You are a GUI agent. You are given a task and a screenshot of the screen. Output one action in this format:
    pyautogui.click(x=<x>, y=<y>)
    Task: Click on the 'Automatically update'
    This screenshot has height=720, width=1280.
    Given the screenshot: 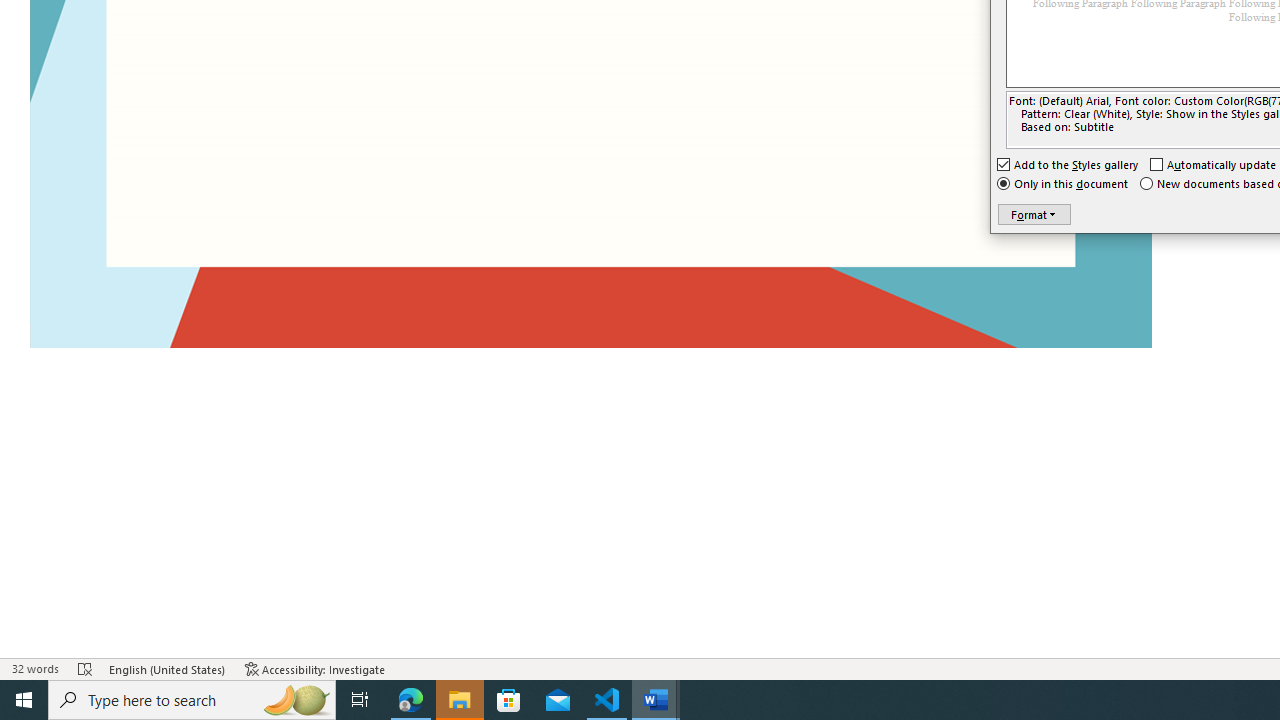 What is the action you would take?
    pyautogui.click(x=1213, y=163)
    